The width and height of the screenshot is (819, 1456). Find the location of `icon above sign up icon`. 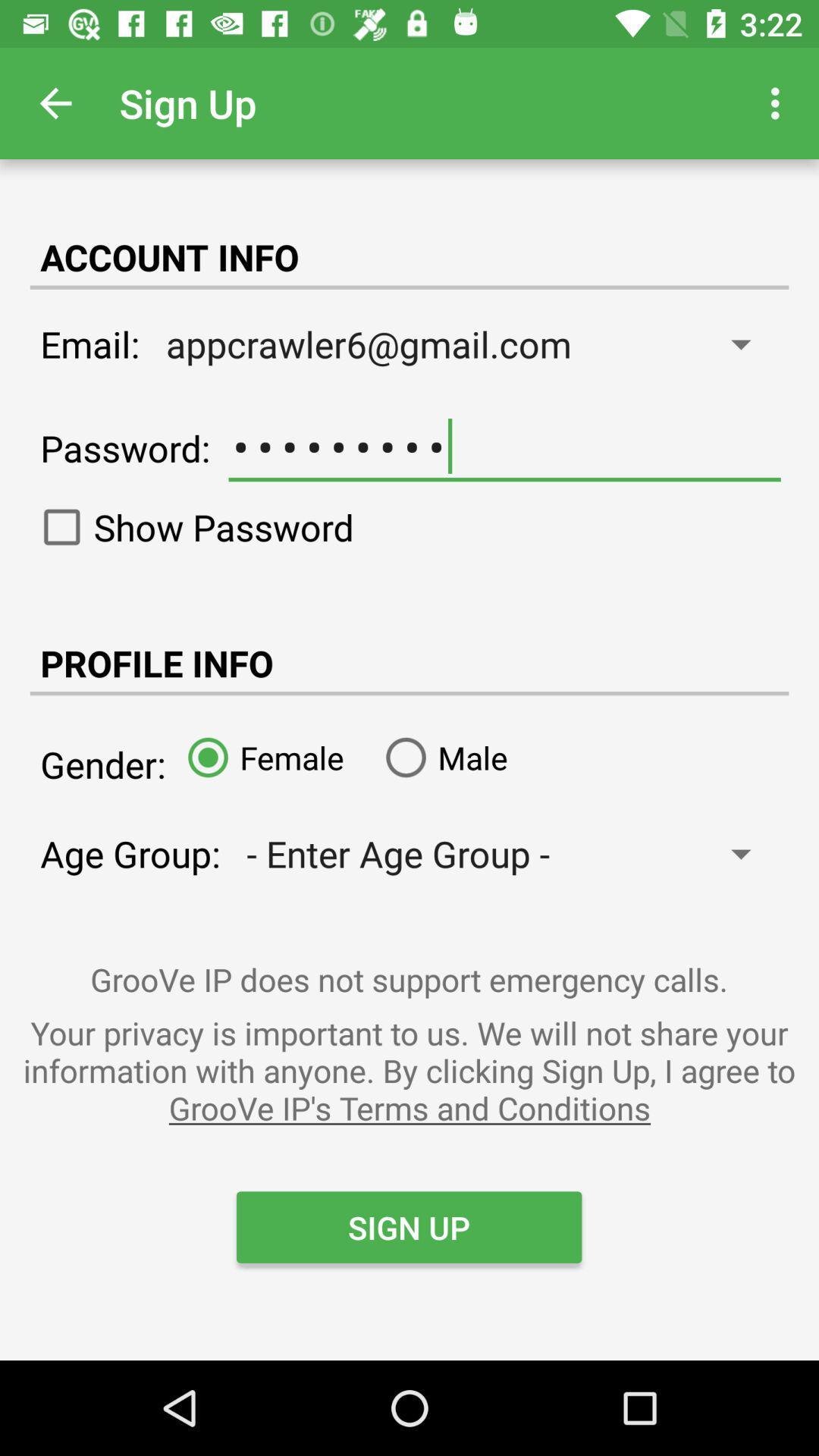

icon above sign up icon is located at coordinates (409, 1069).